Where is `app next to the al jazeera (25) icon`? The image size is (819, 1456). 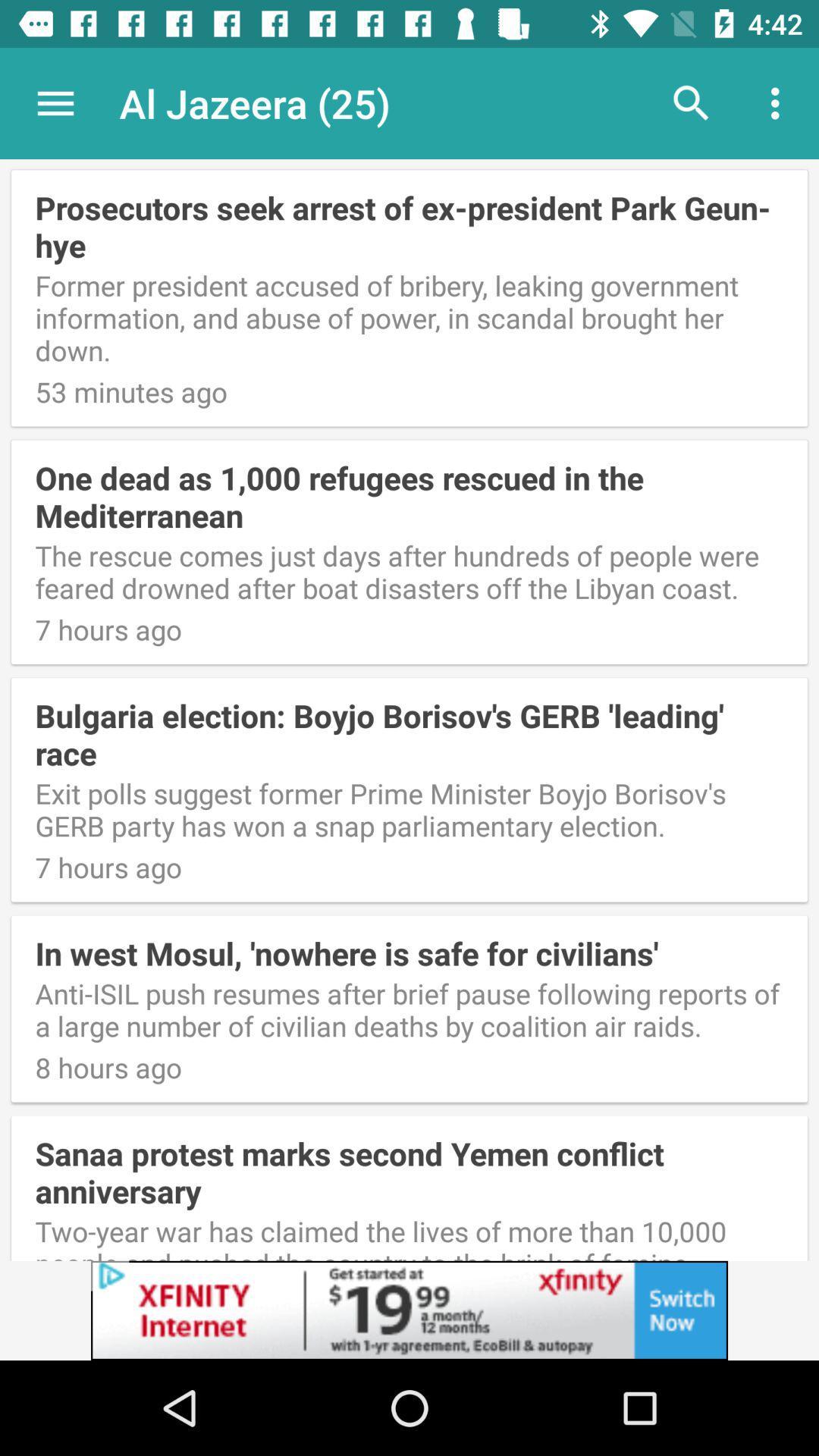
app next to the al jazeera (25) icon is located at coordinates (55, 102).